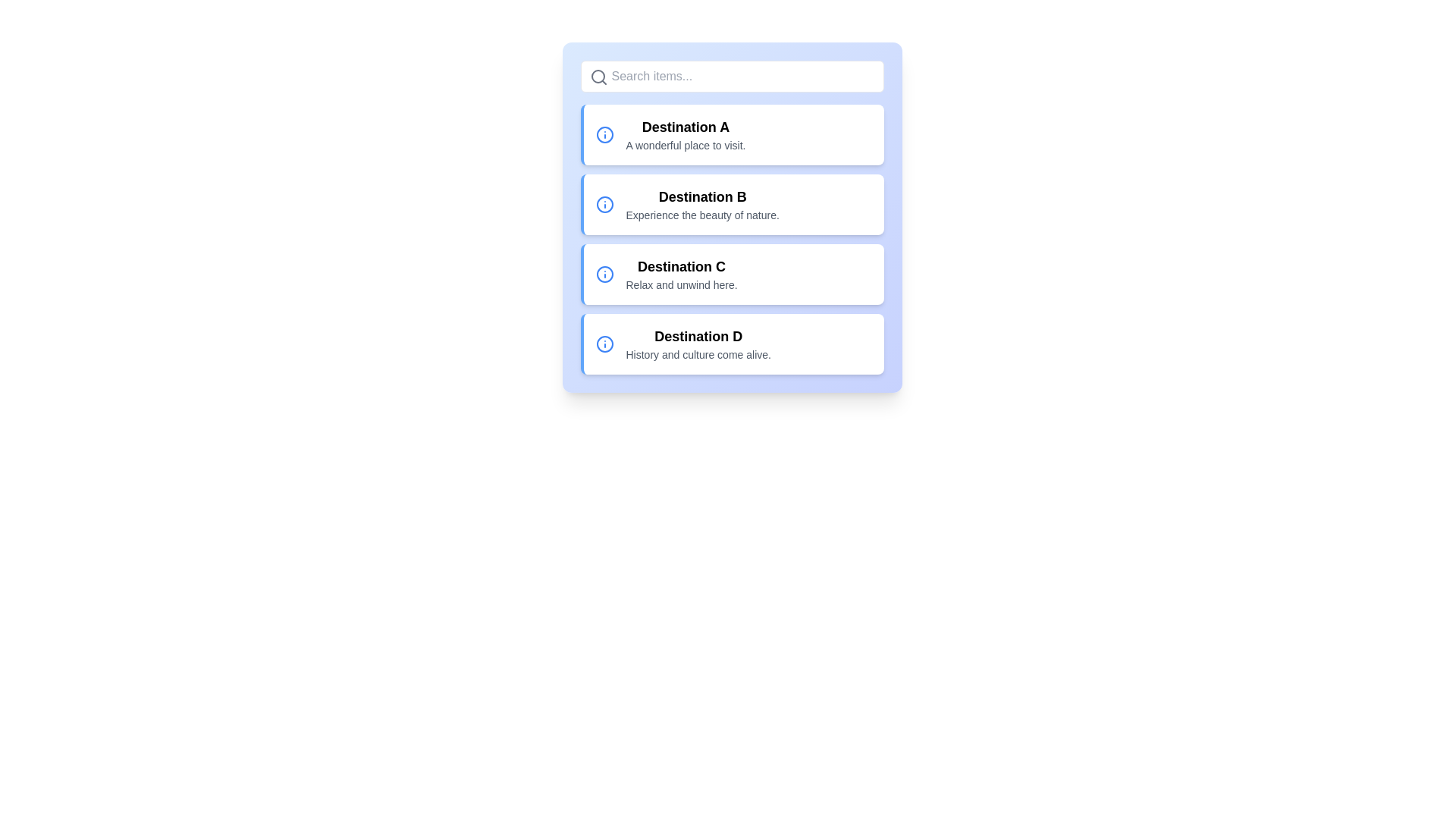 This screenshot has width=1456, height=819. I want to click on the text 'A wonderful place to visit.' which is a smaller gray font label located directly beneath the title 'Destination A', so click(685, 146).